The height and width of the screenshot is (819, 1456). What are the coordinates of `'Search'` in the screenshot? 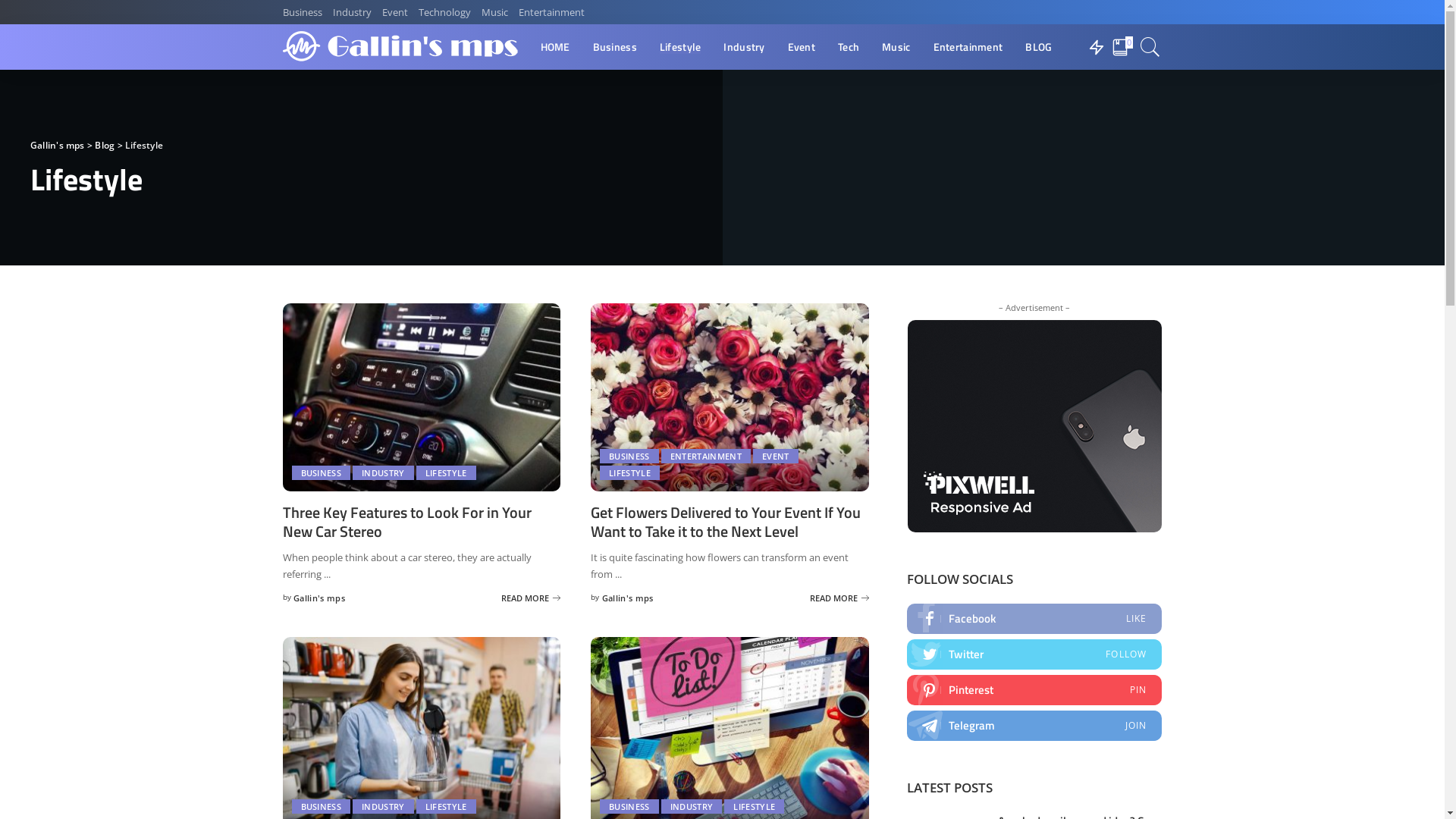 It's located at (1150, 45).